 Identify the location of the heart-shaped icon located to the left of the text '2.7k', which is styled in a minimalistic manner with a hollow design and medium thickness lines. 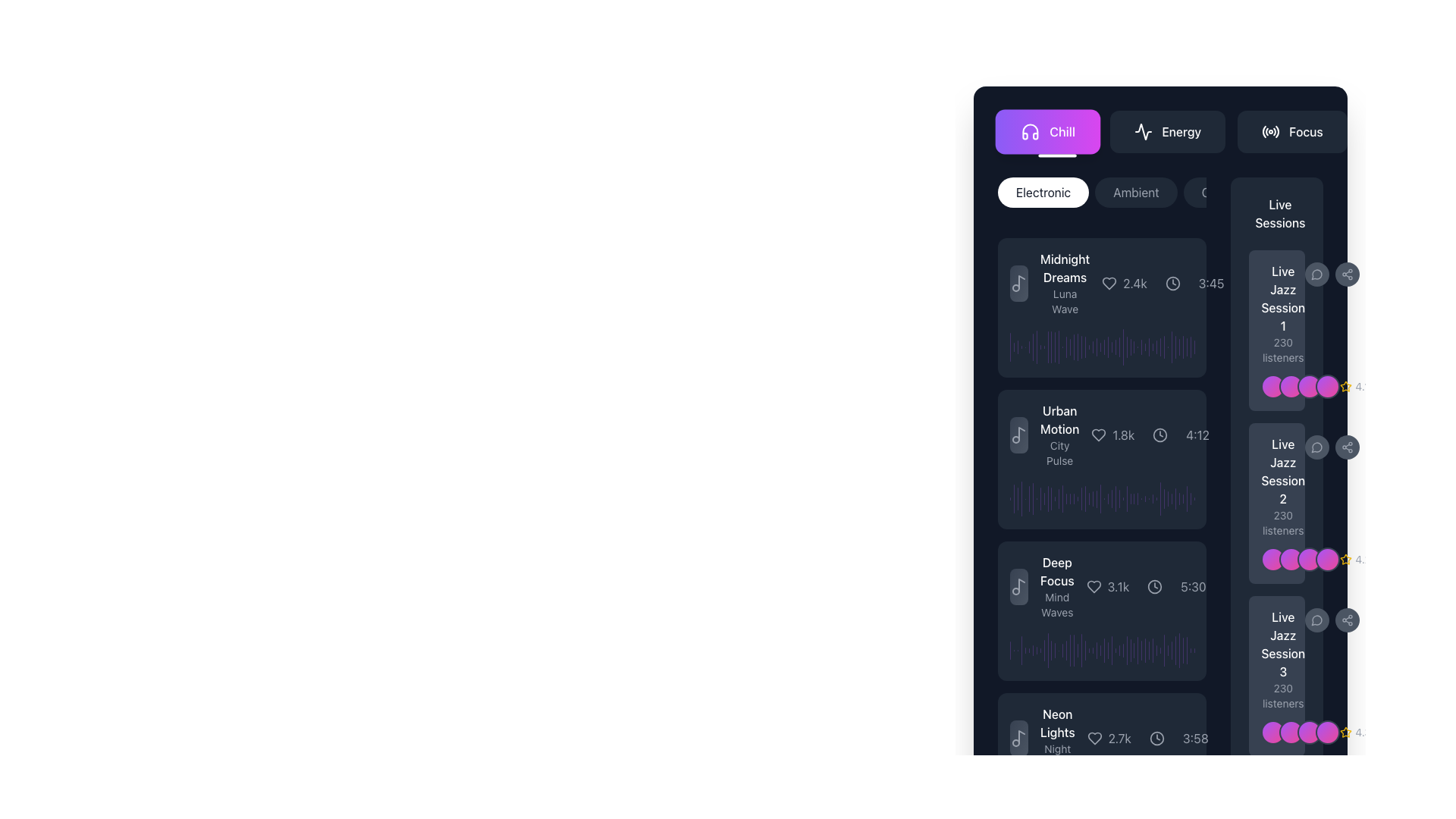
(1094, 738).